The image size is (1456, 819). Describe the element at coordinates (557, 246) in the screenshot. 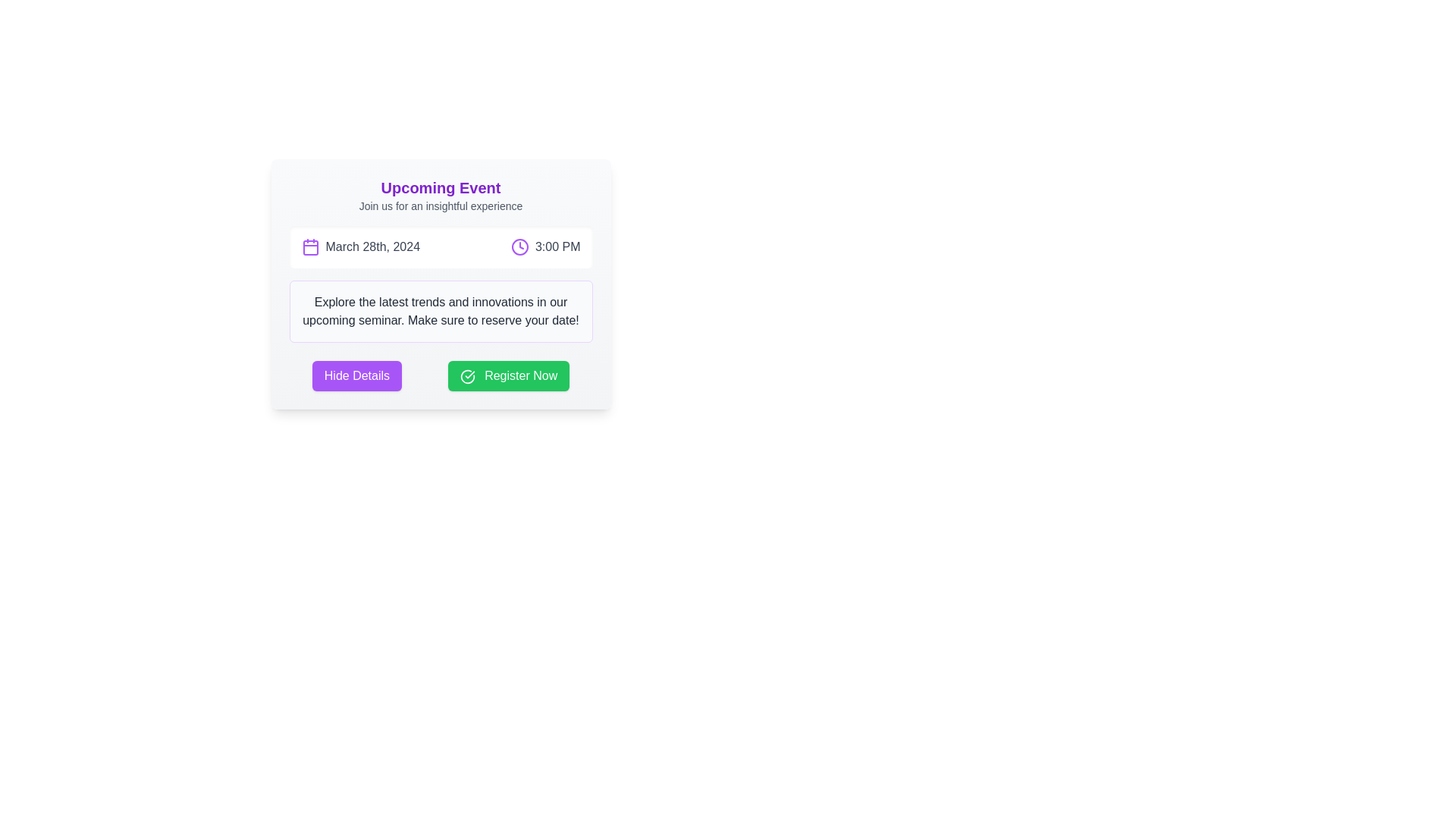

I see `the text label displaying the time '3:00 PM', which is styled in gray sans-serif font and located to the right of a purple clock icon` at that location.